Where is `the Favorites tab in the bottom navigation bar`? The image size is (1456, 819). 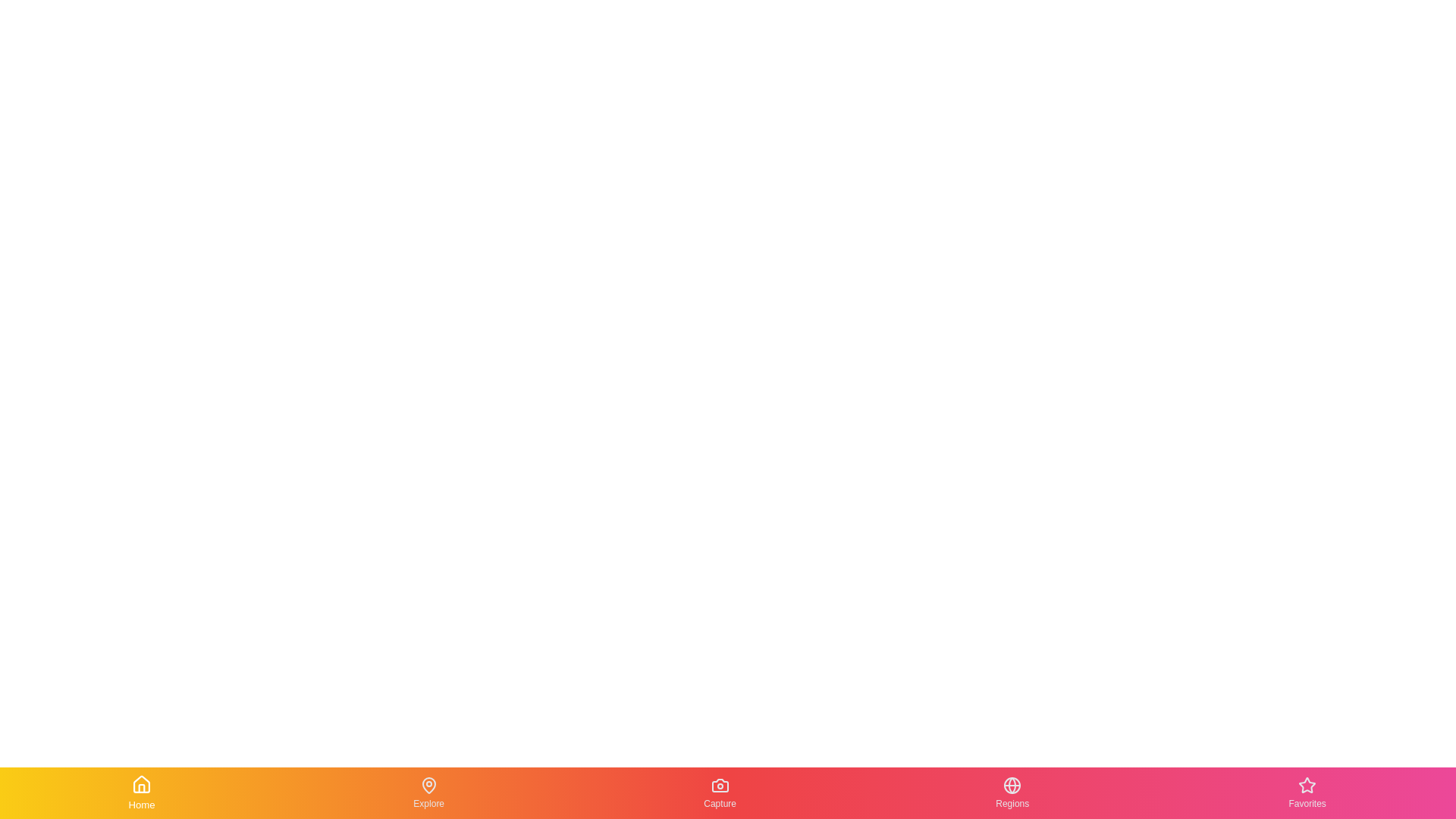
the Favorites tab in the bottom navigation bar is located at coordinates (1306, 792).